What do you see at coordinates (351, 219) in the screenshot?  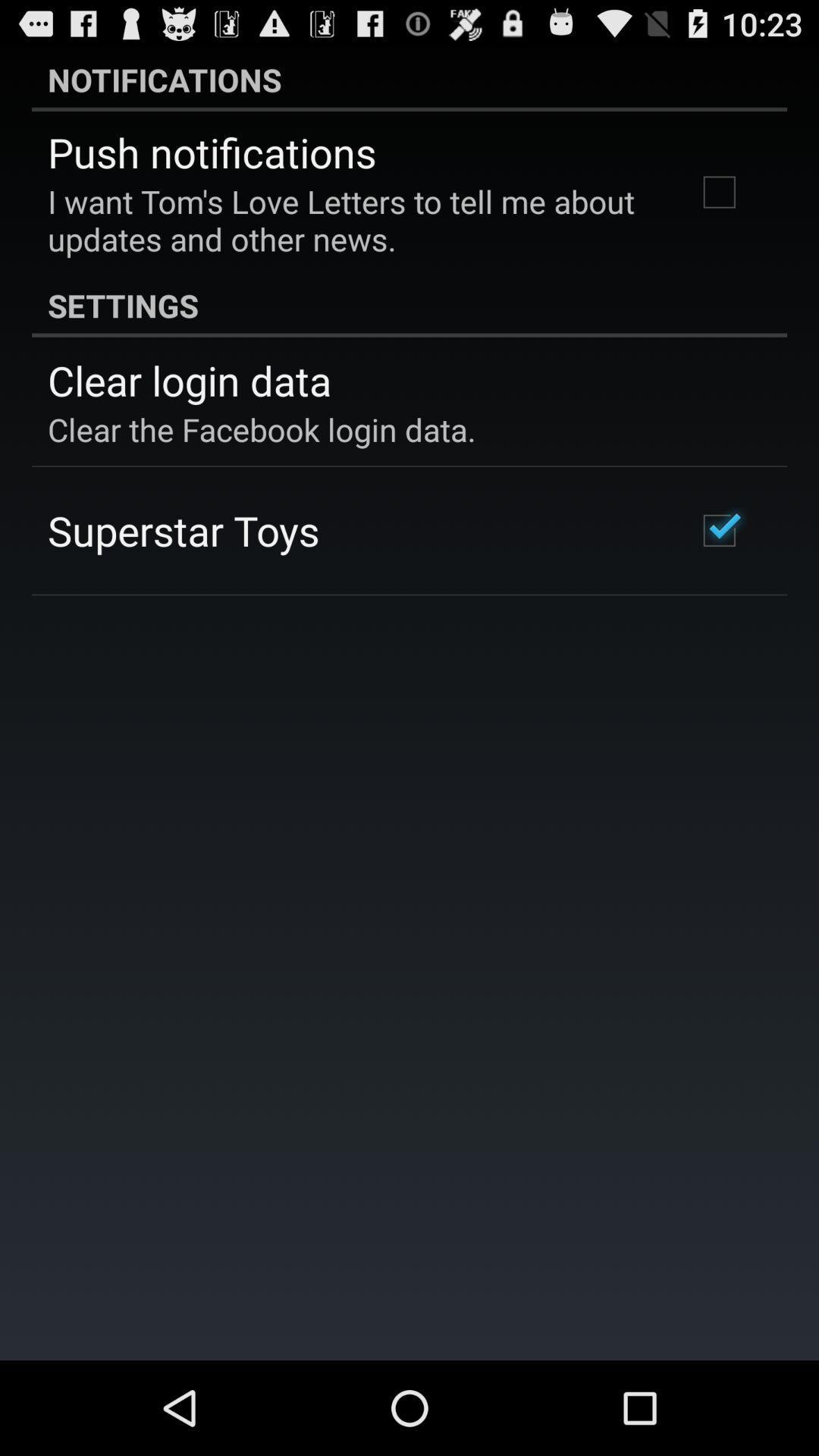 I see `i want tom icon` at bounding box center [351, 219].